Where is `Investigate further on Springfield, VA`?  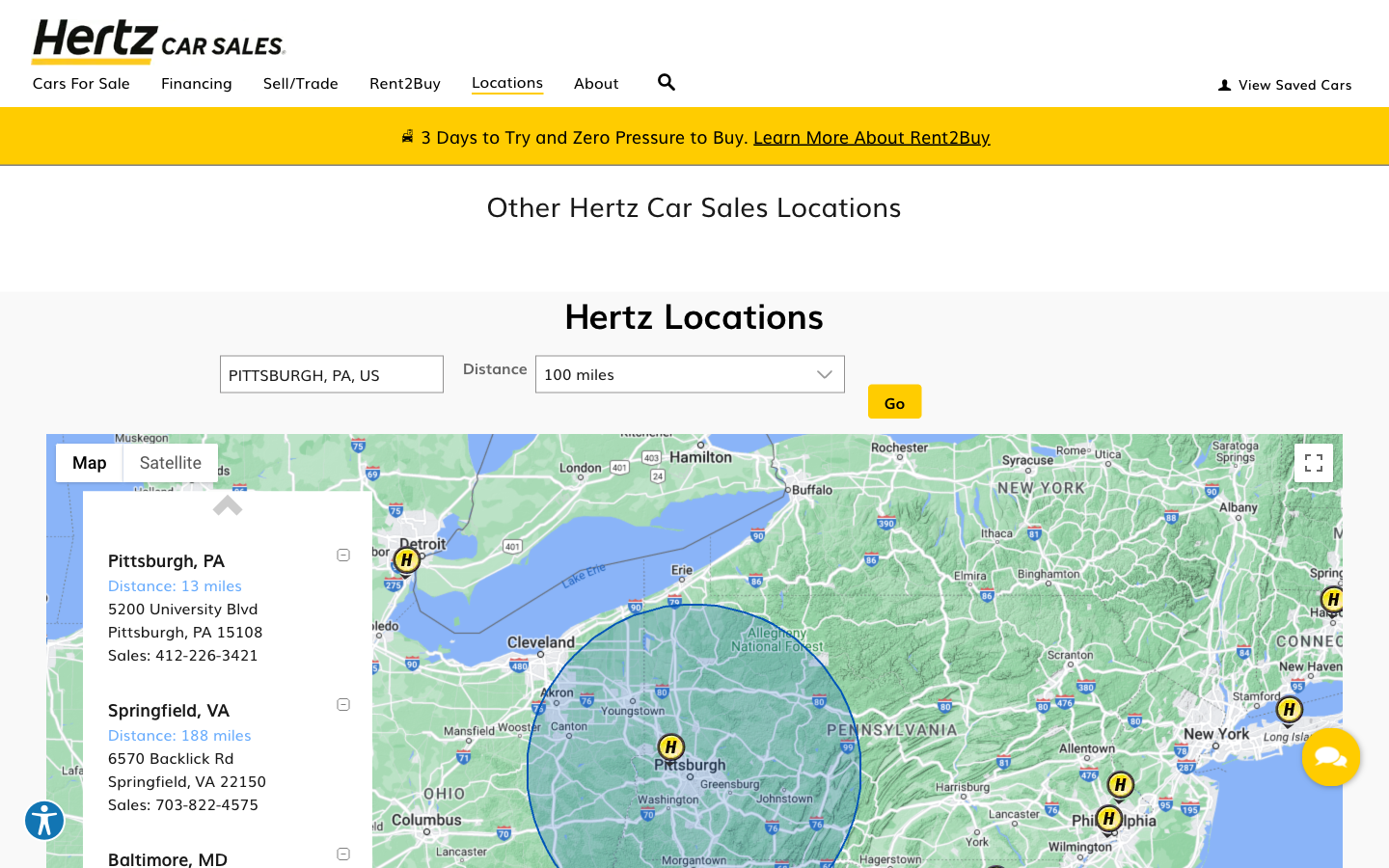 Investigate further on Springfield, VA is located at coordinates (167, 708).